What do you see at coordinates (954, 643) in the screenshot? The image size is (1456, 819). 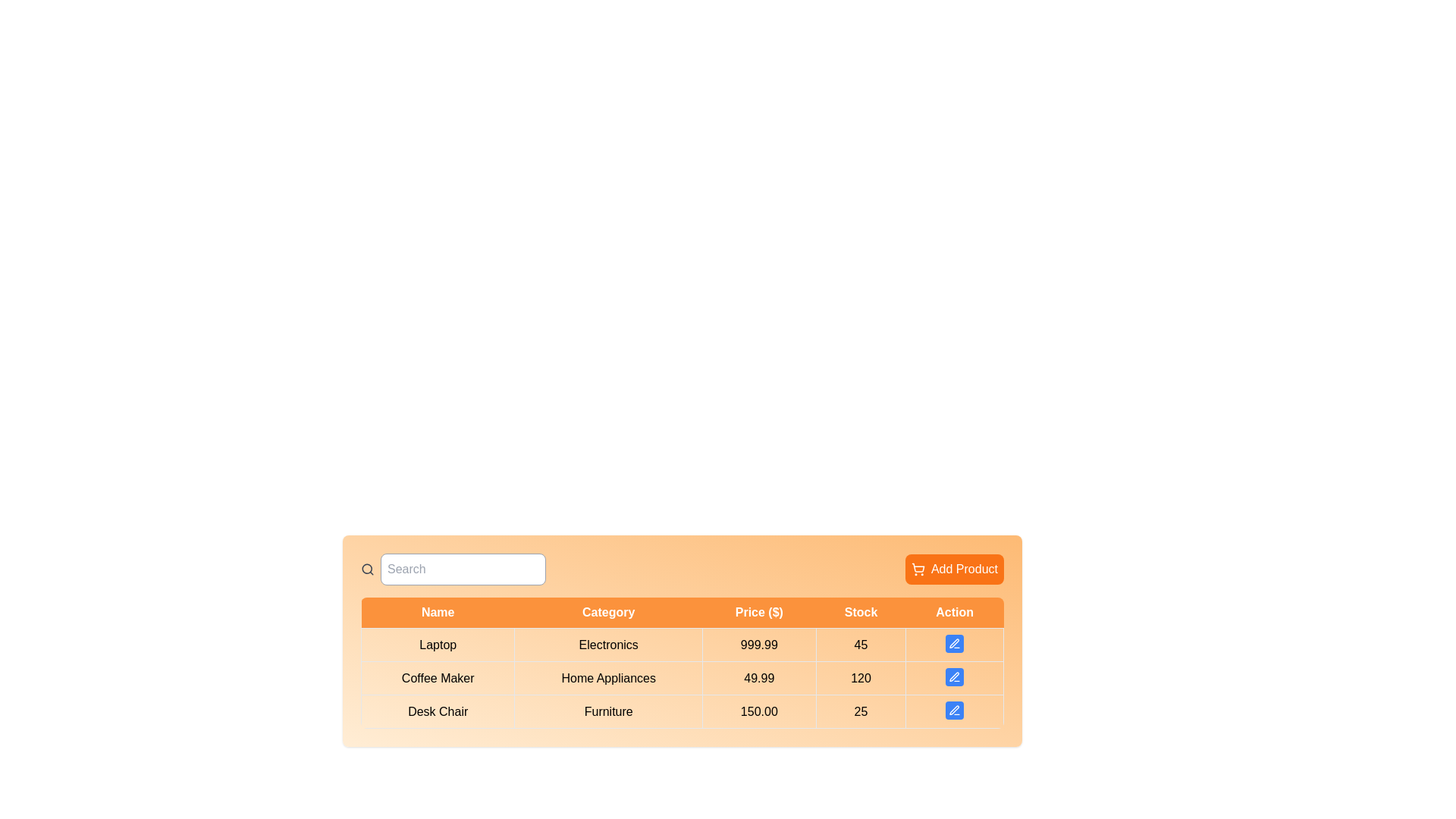 I see `the edit icon within the blue rounded rectangular button in the Action column of the first row associated with the Laptop item` at bounding box center [954, 643].